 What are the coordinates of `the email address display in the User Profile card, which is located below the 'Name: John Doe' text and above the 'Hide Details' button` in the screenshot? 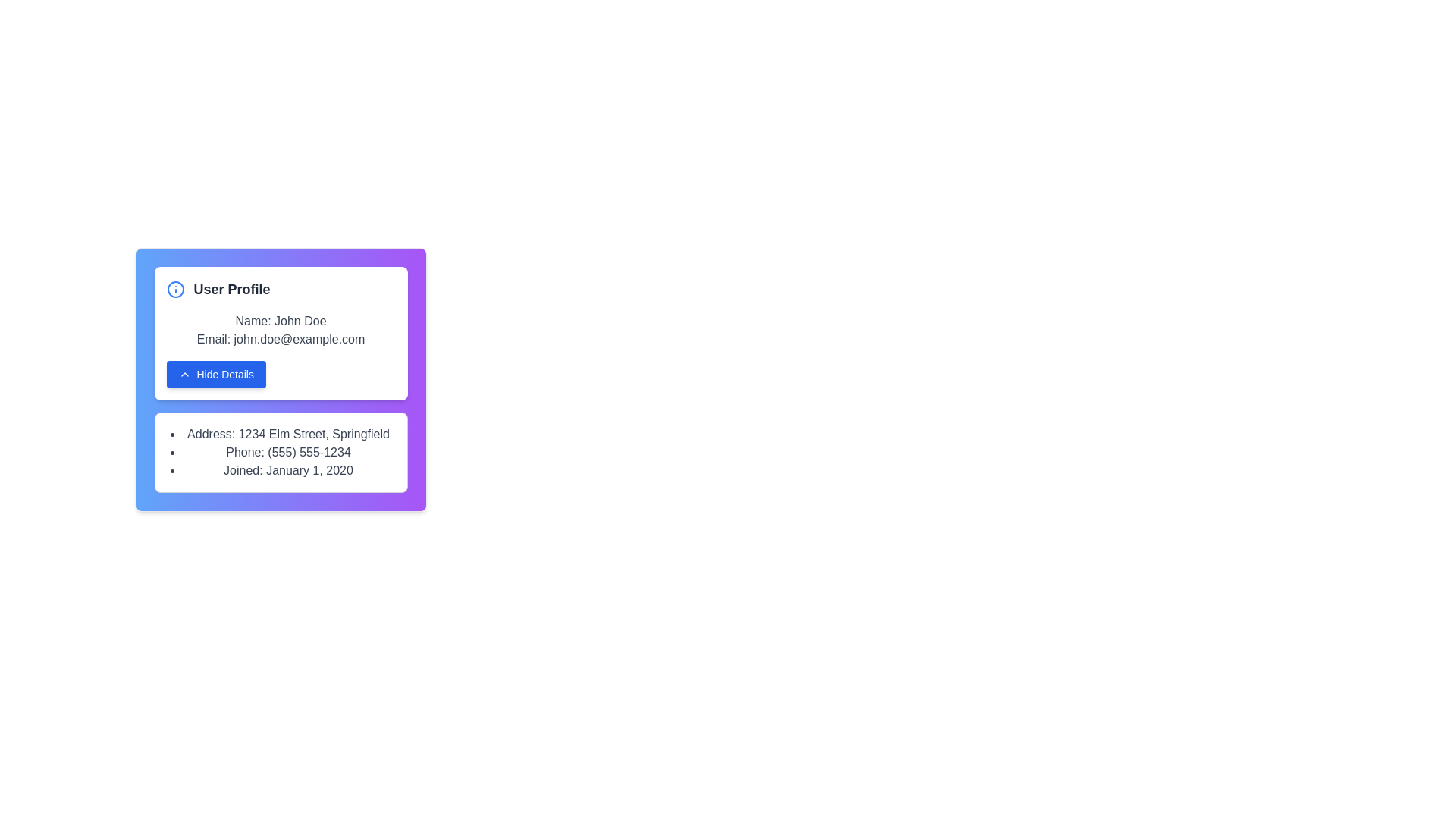 It's located at (281, 338).